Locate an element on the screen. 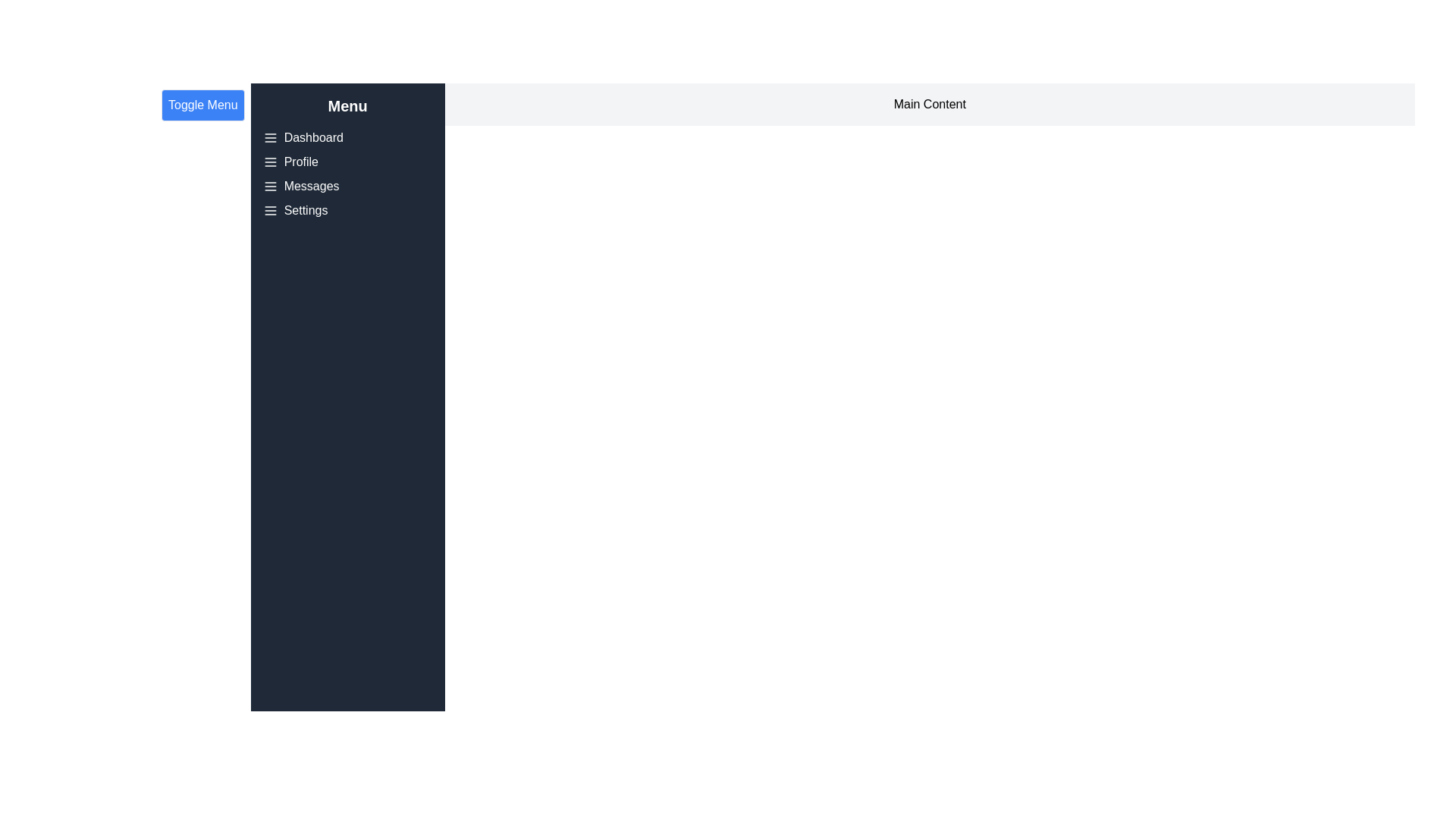 Image resolution: width=1456 pixels, height=819 pixels. 'Toggle Menu' button to toggle the visibility of the menu is located at coordinates (202, 104).